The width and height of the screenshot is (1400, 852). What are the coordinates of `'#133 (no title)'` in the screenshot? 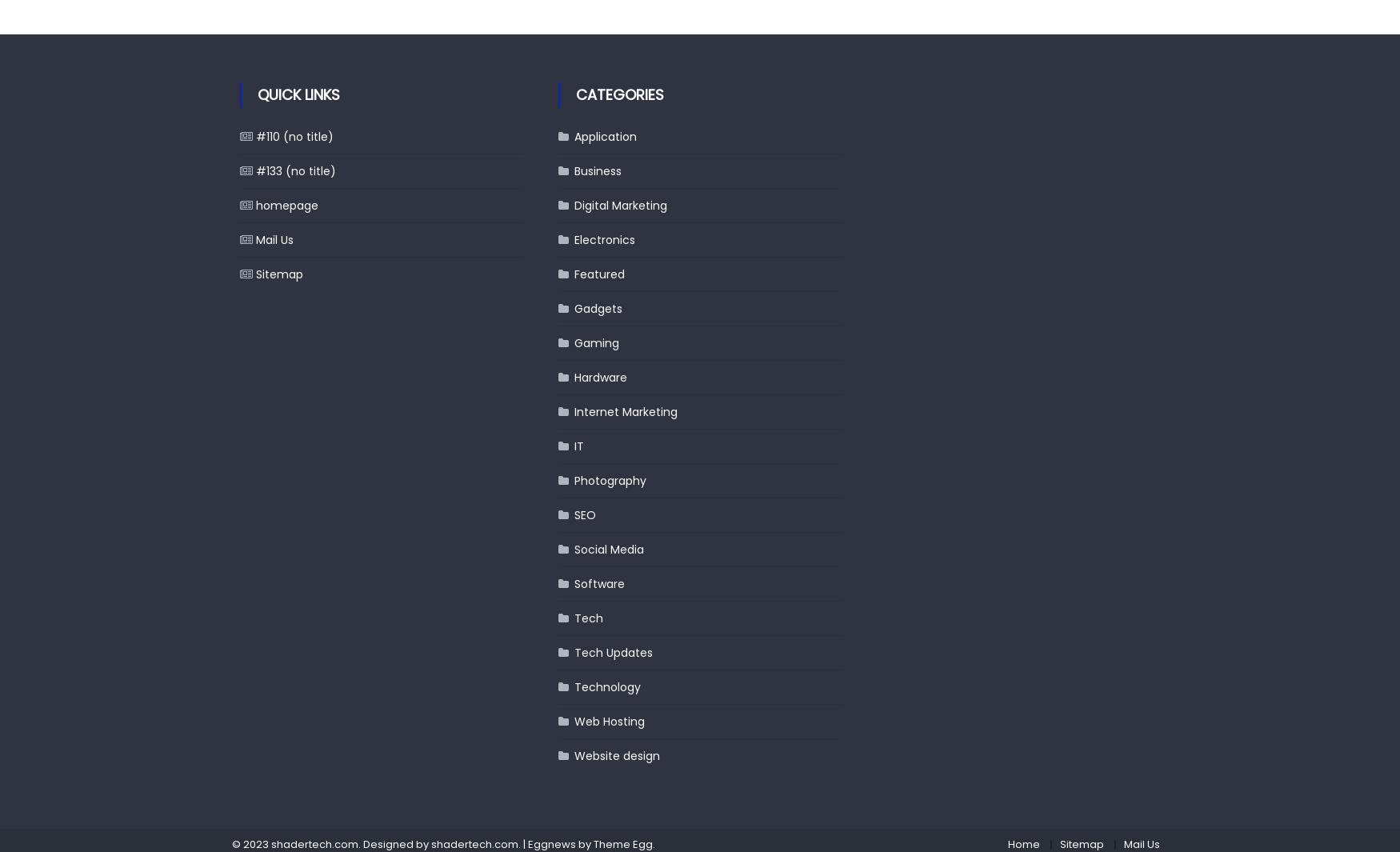 It's located at (295, 170).